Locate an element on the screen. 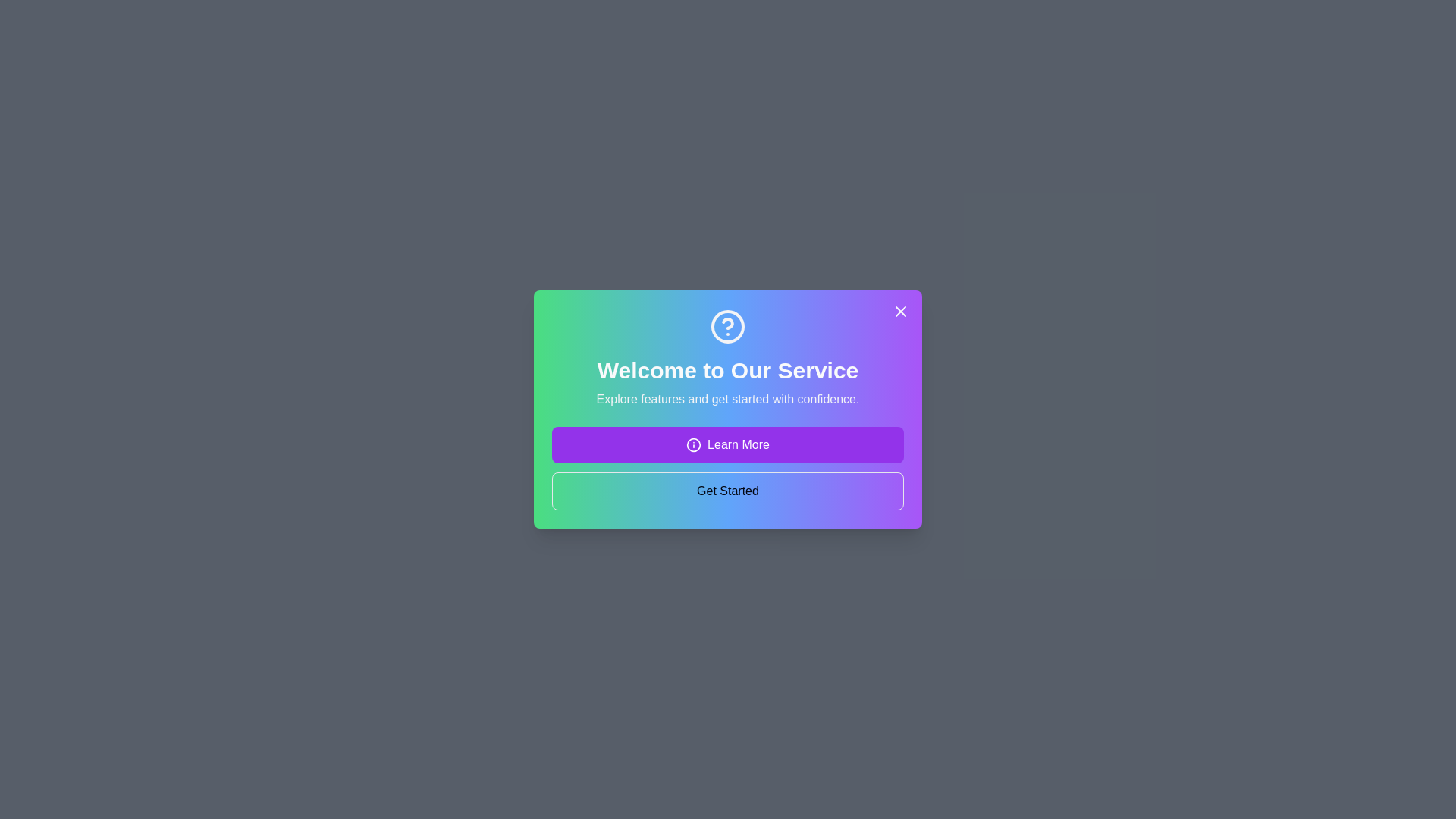  the 'Learn More' button to access additional information is located at coordinates (728, 444).